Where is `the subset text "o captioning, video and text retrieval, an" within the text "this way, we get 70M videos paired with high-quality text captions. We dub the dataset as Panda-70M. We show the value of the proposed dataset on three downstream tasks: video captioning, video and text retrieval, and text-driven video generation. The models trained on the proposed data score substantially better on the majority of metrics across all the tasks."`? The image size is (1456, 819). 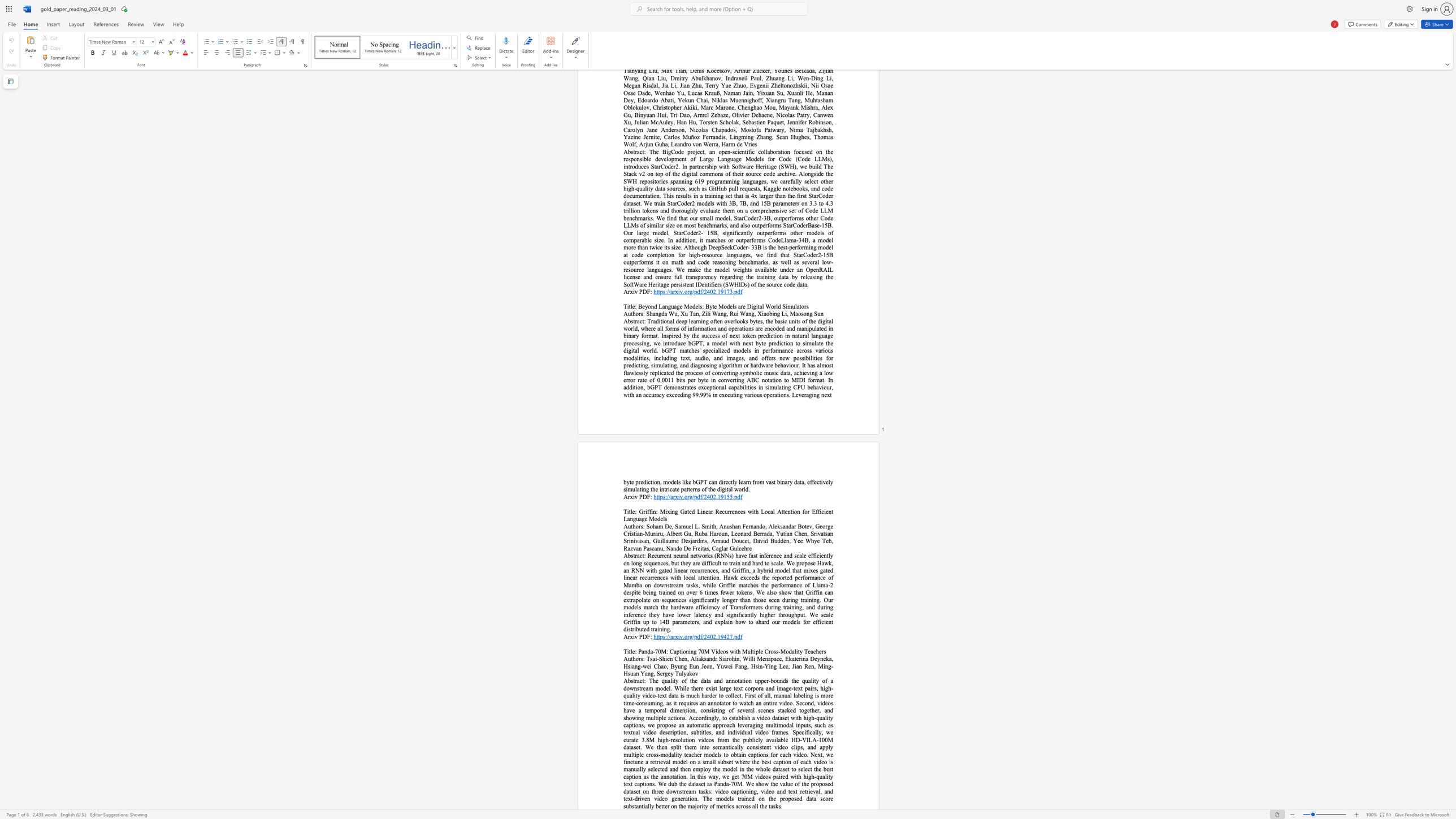 the subset text "o captioning, video and text retrieval, an" within the text "this way, we get 70M videos paired with high-quality text captions. We dub the dataset as Panda-70M. We show the value of the proposed dataset on three downstream tasks: video captioning, video and text retrieval, and text-driven video generation. The models trained on the proposed data score substantially better on the majority of metrics across all the tasks." is located at coordinates (725, 791).